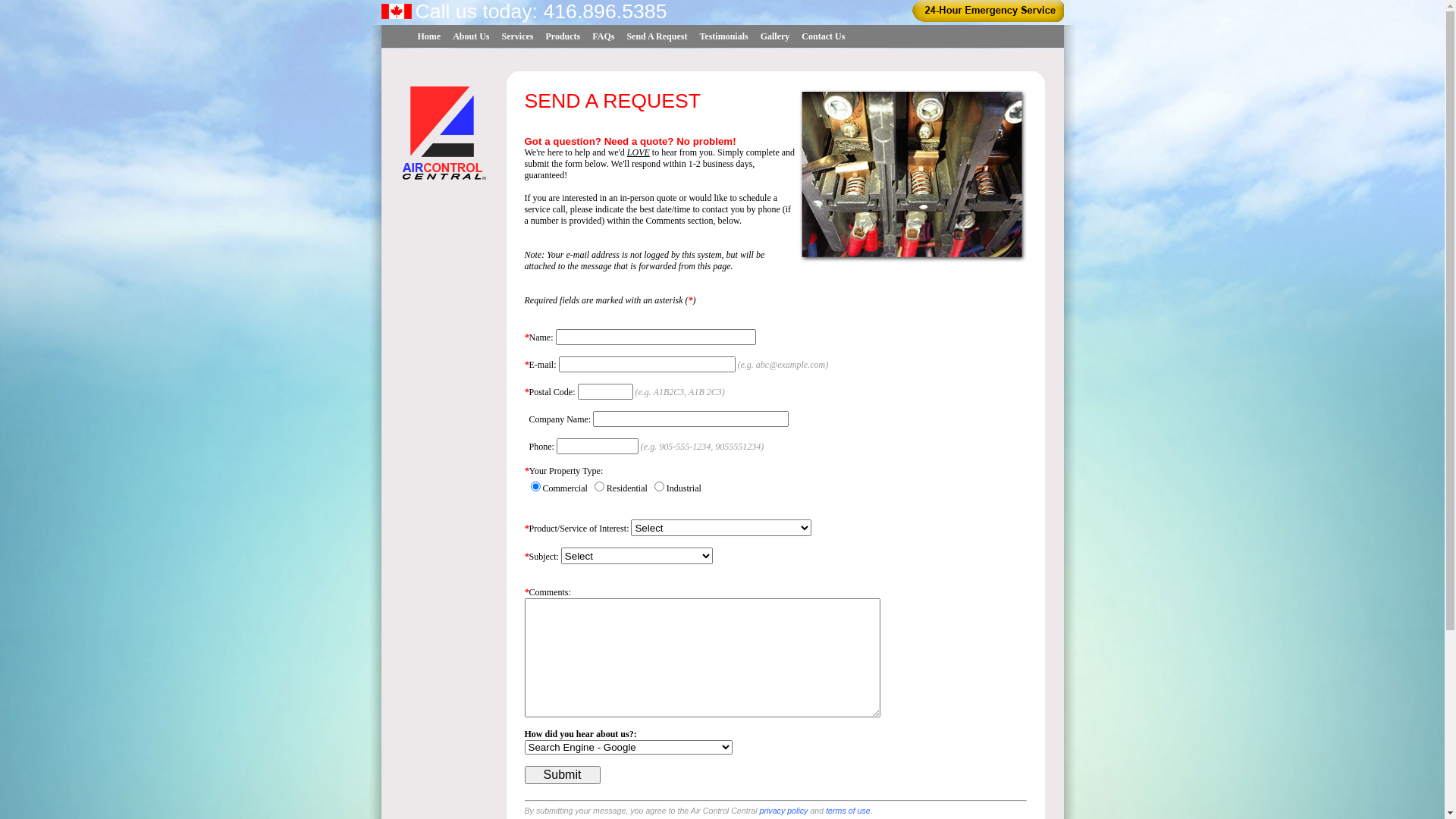 Image resolution: width=1456 pixels, height=819 pixels. Describe the element at coordinates (539, 36) in the screenshot. I see `'Products'` at that location.